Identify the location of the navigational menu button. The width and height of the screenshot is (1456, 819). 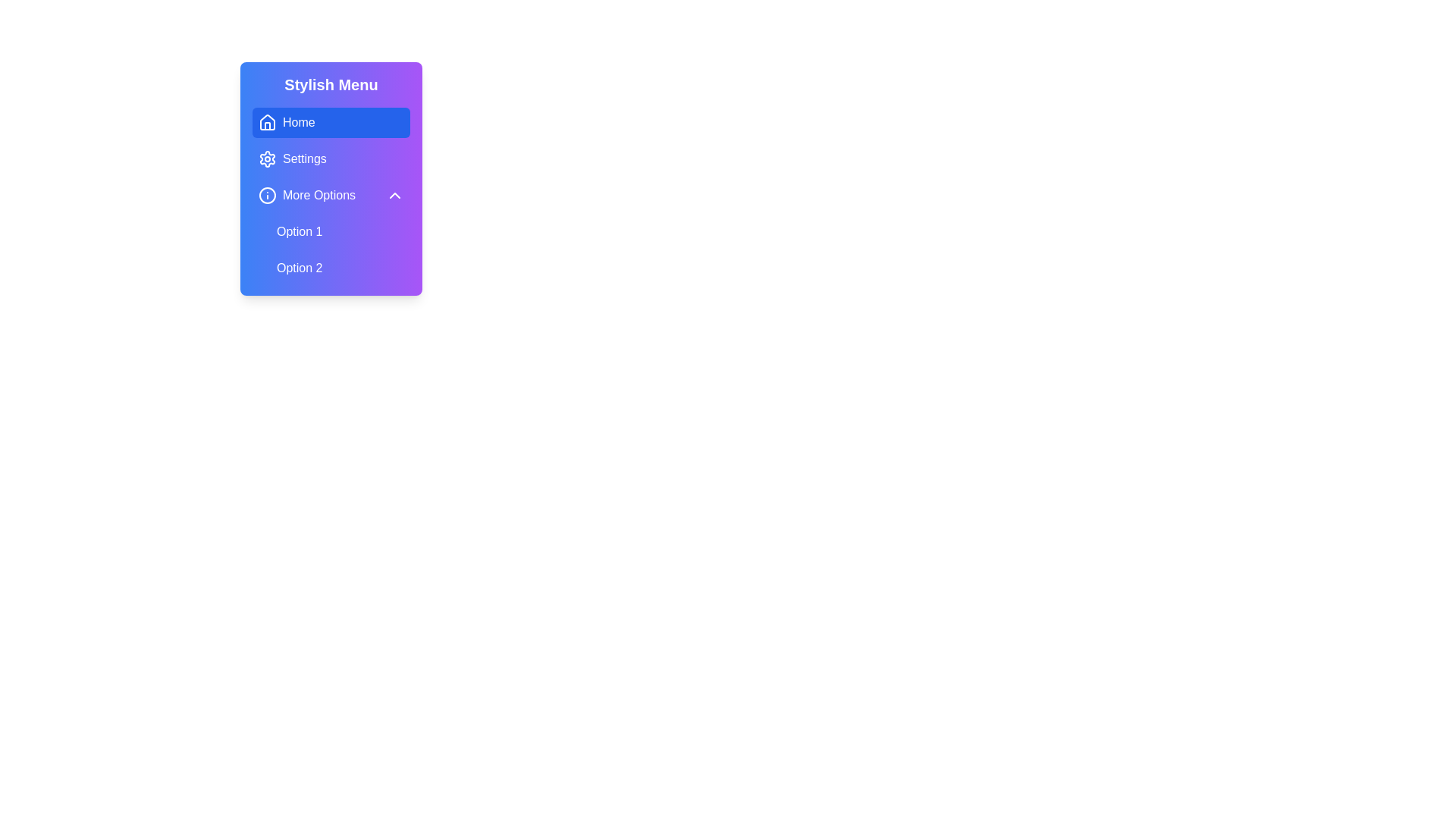
(330, 158).